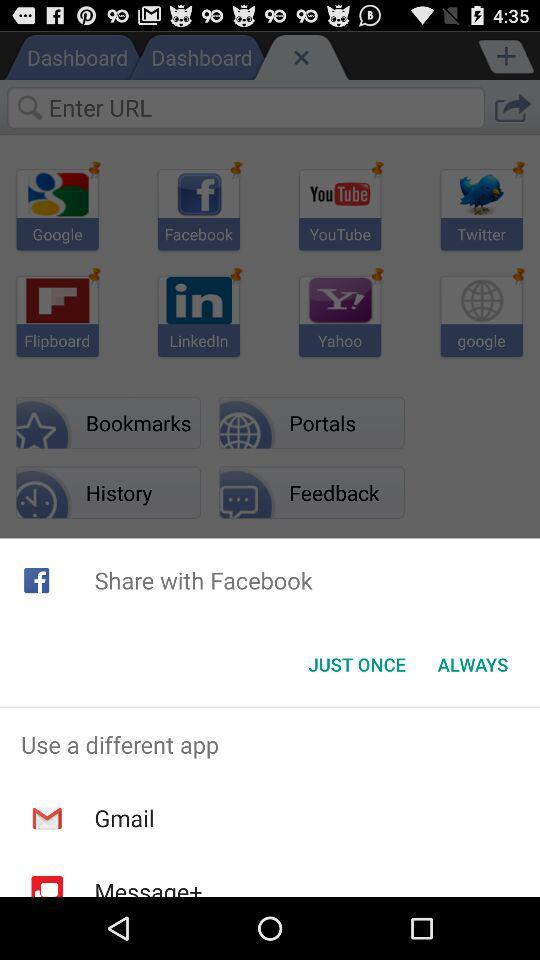 The image size is (540, 960). What do you see at coordinates (270, 743) in the screenshot?
I see `the use a different app` at bounding box center [270, 743].